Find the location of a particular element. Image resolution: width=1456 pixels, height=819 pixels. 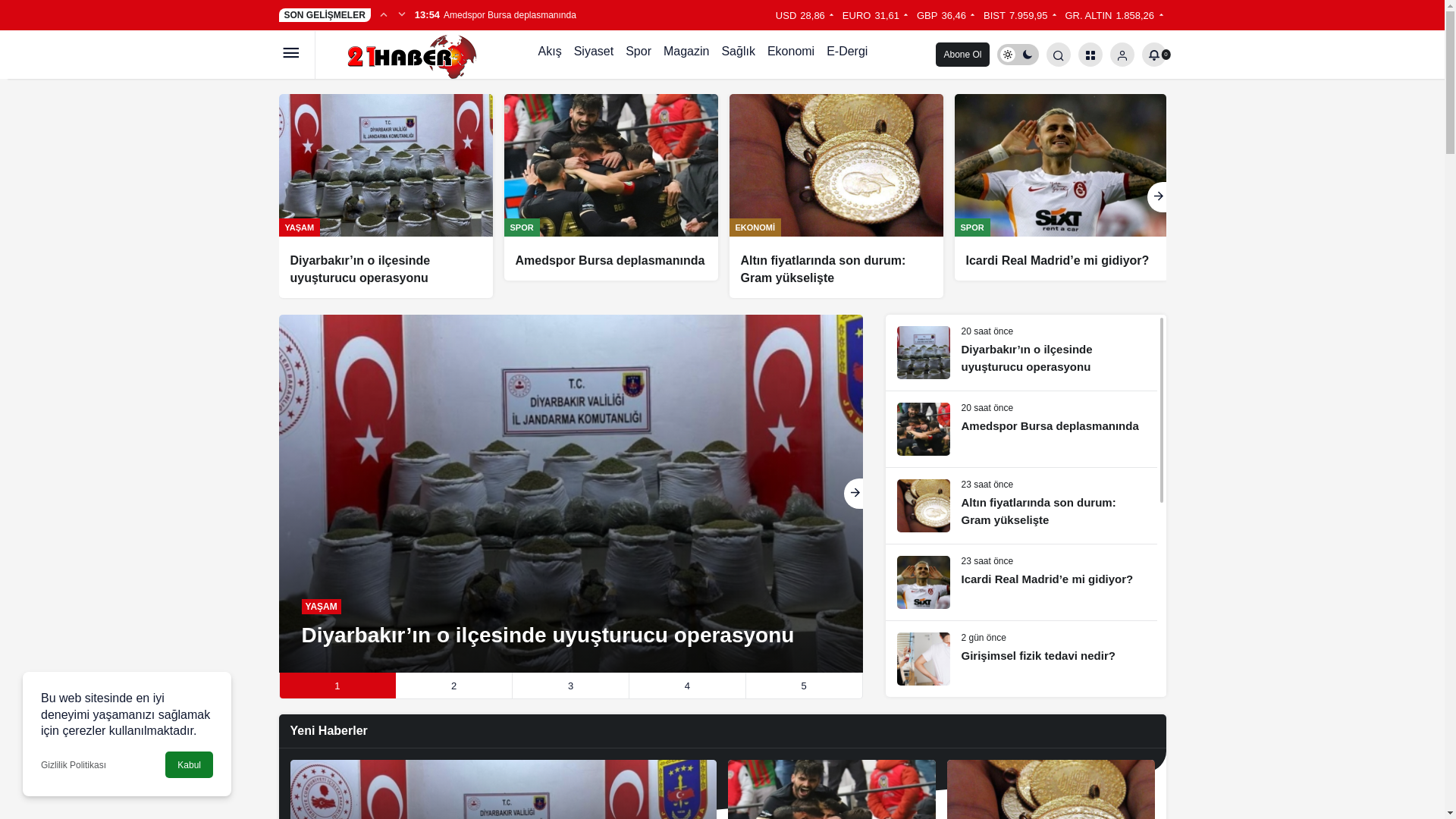

'E-Dergi' is located at coordinates (846, 54).